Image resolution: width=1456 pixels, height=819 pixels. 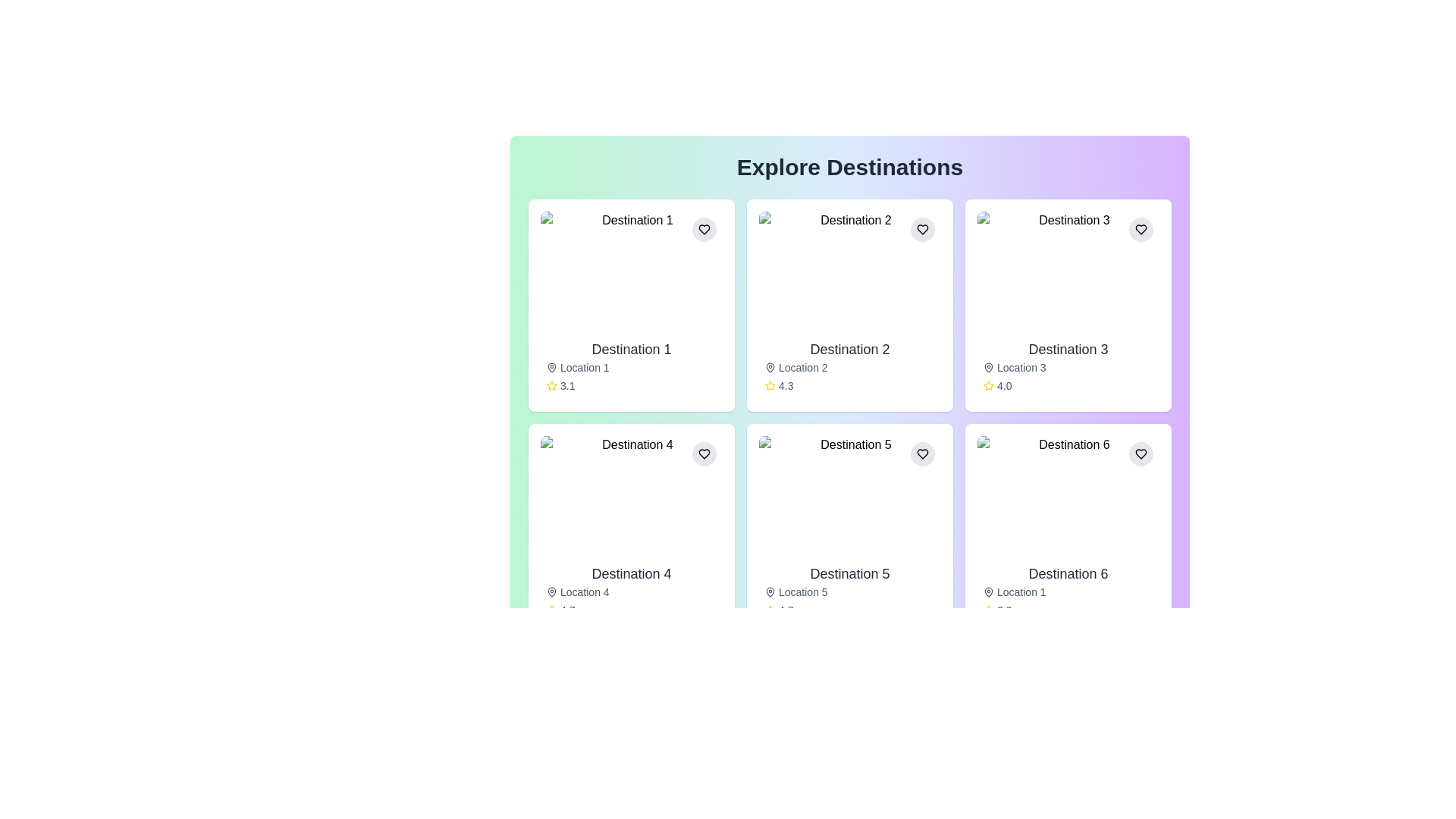 I want to click on the fifth information card in the grid layout to read the details about the specific location or item, so click(x=850, y=529).